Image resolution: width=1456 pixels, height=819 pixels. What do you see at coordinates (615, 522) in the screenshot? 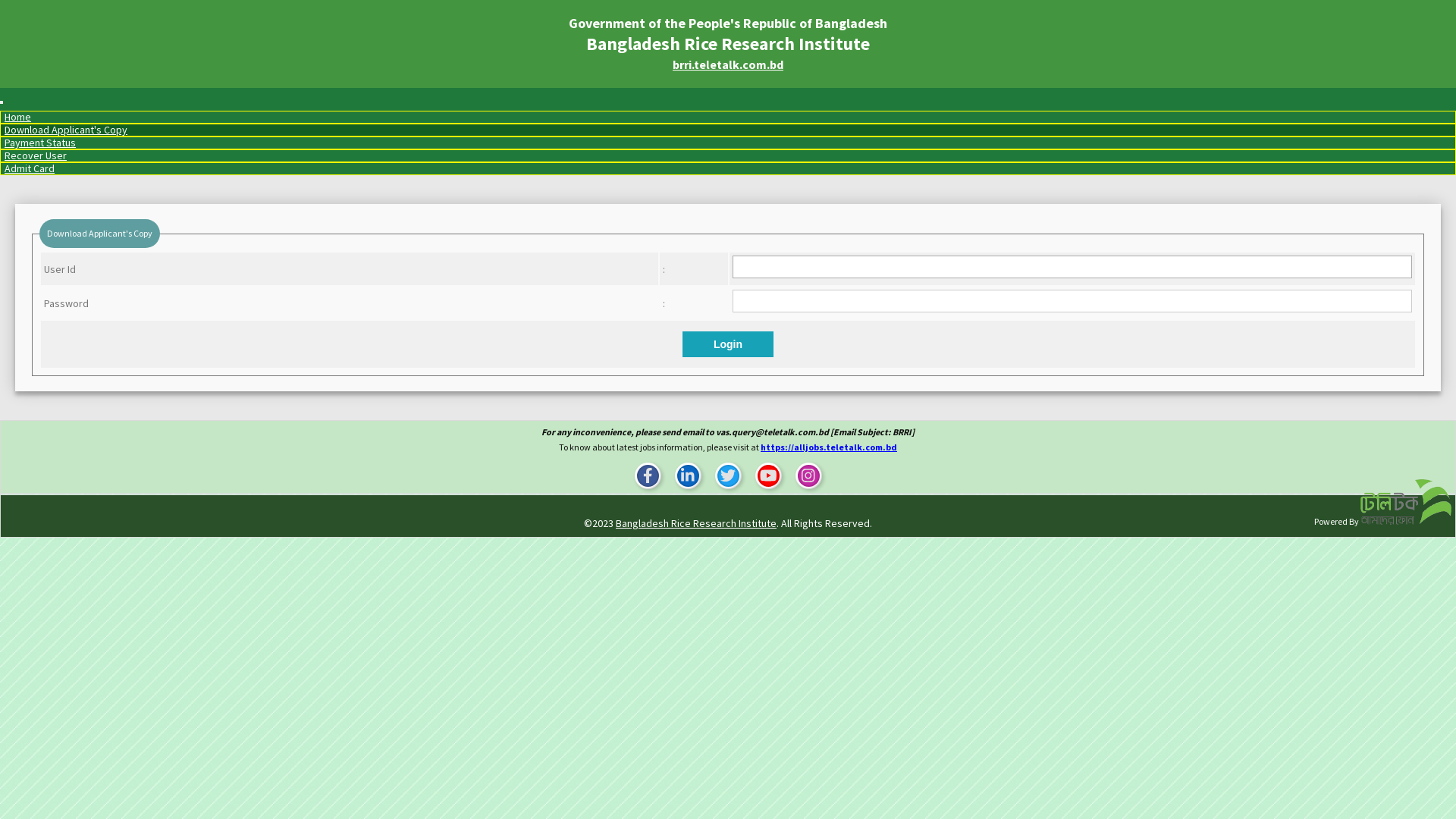
I see `'Bangladesh Rice Research Institute'` at bounding box center [615, 522].